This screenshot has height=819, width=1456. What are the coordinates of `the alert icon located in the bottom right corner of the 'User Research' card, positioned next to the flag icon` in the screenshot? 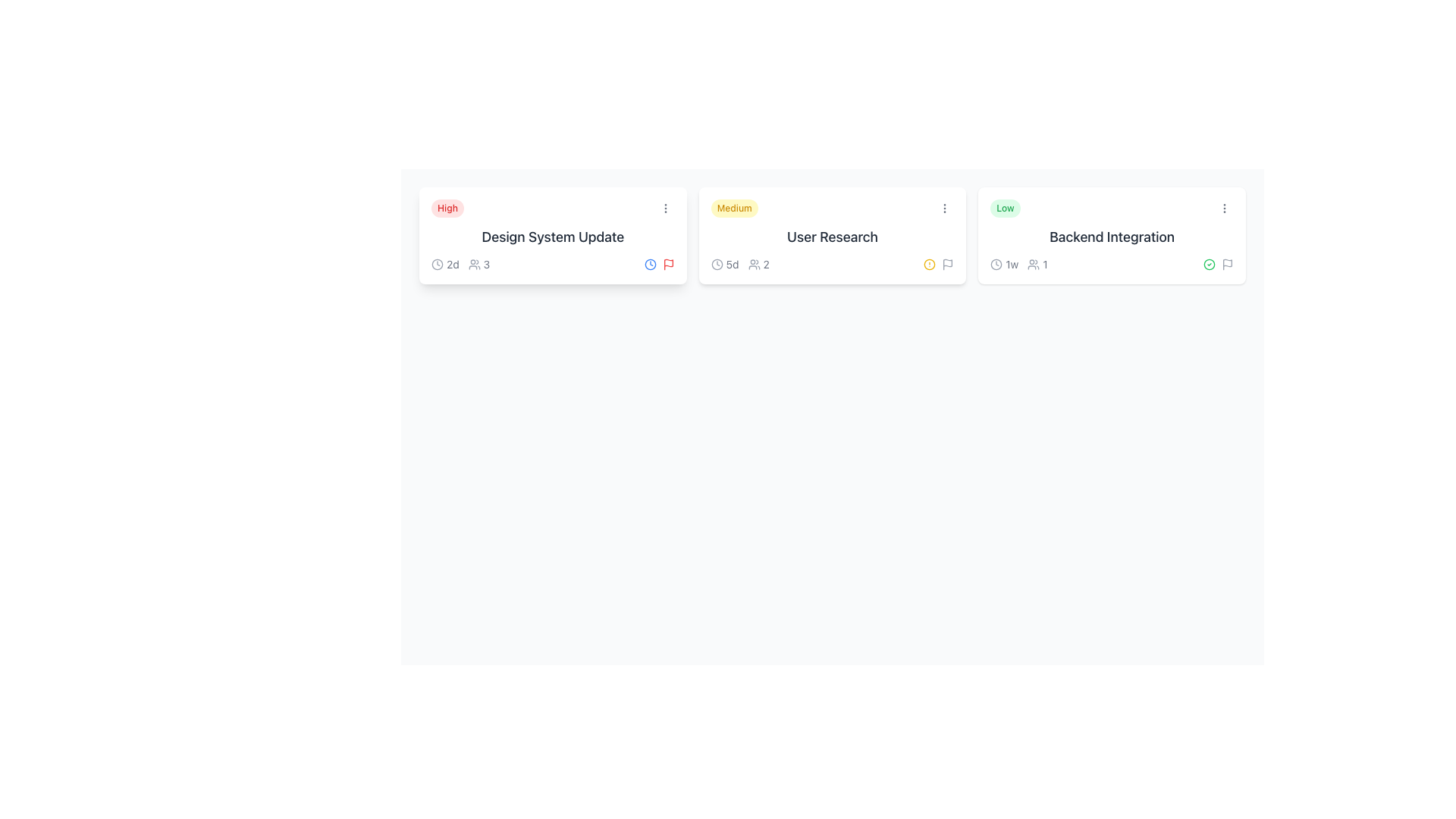 It's located at (929, 263).